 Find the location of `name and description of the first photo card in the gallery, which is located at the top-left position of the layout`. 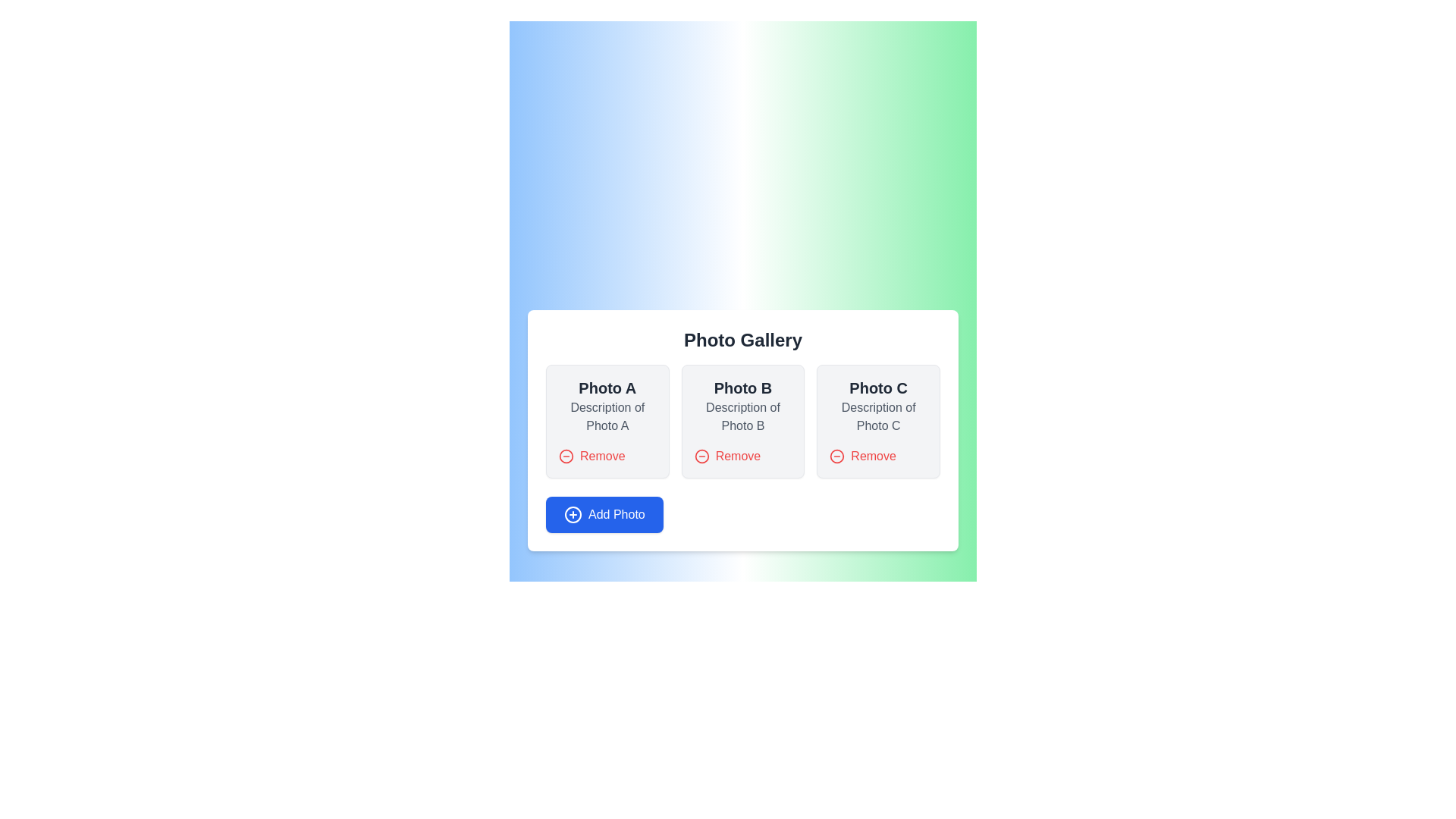

name and description of the first photo card in the gallery, which is located at the top-left position of the layout is located at coordinates (607, 421).